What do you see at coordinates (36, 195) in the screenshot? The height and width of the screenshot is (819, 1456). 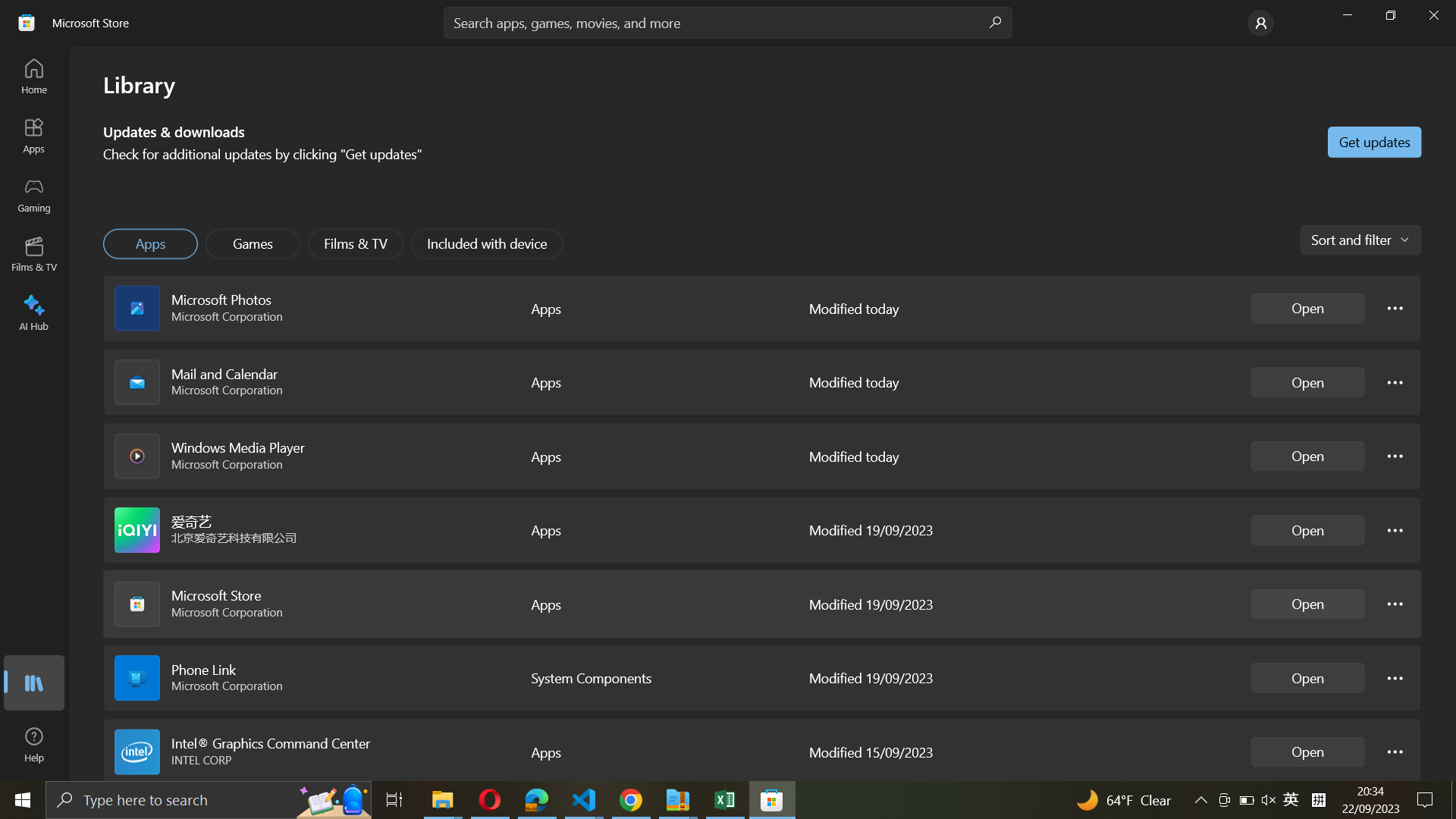 I see `Execute Gaming` at bounding box center [36, 195].